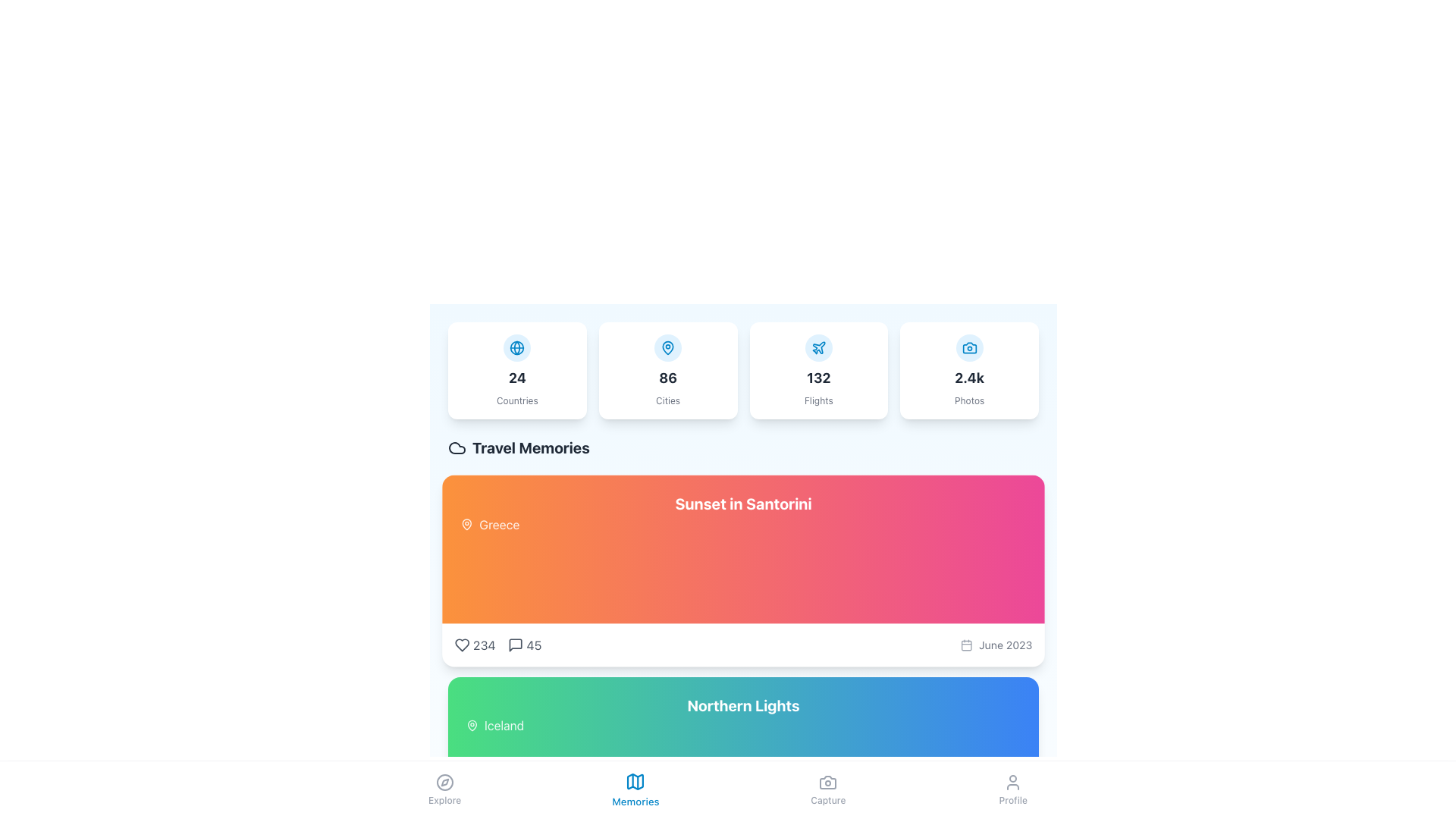 This screenshot has height=819, width=1456. Describe the element at coordinates (965, 645) in the screenshot. I see `the decorative graphic component of the calendar icon located to the right of the 'Sunset in Santorini' section` at that location.